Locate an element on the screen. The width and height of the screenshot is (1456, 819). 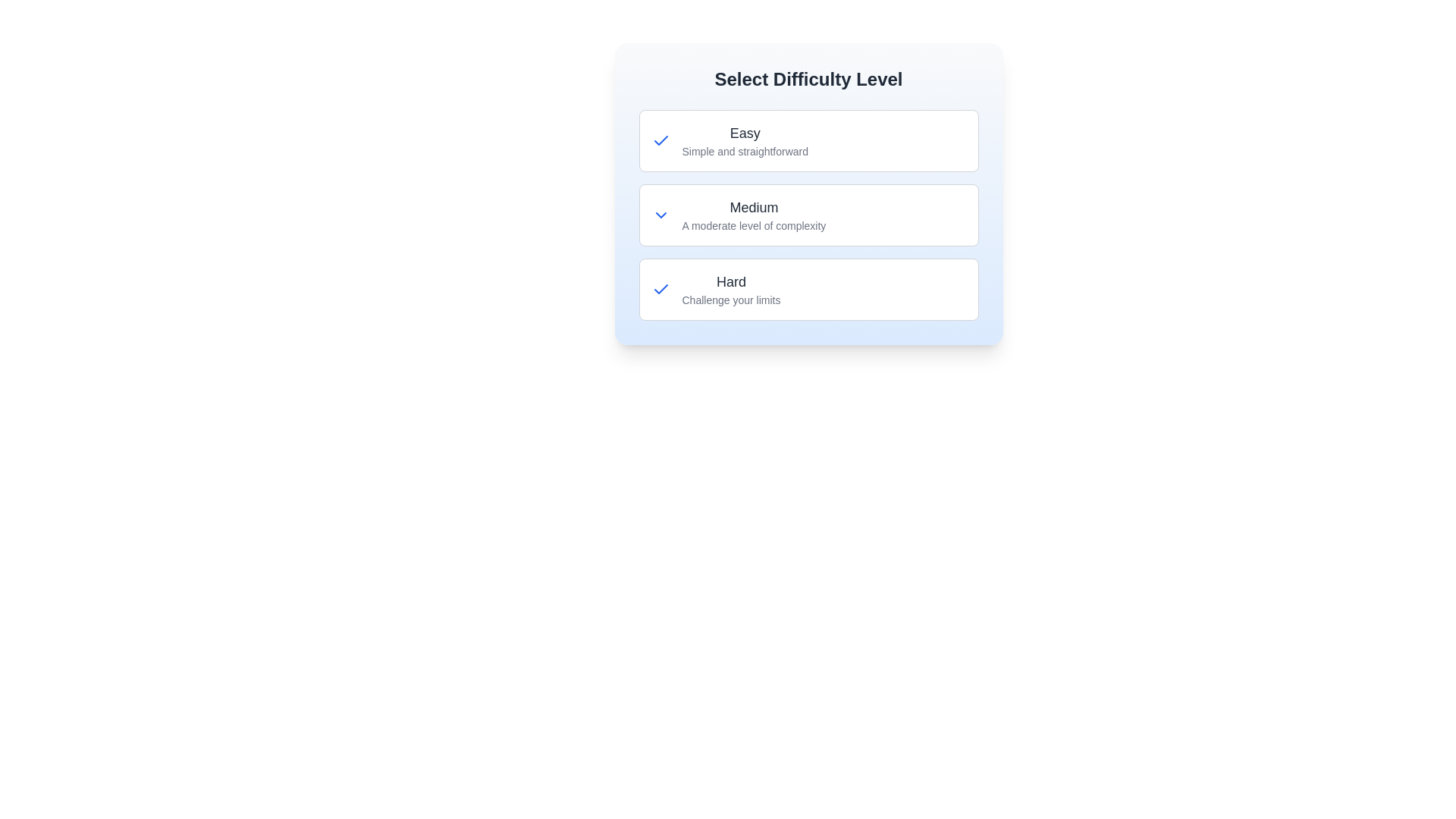
the descriptive subtitle element that provides additional context to the 'Medium' option in the difficulty selection menu, located directly below the 'Medium' label is located at coordinates (754, 225).